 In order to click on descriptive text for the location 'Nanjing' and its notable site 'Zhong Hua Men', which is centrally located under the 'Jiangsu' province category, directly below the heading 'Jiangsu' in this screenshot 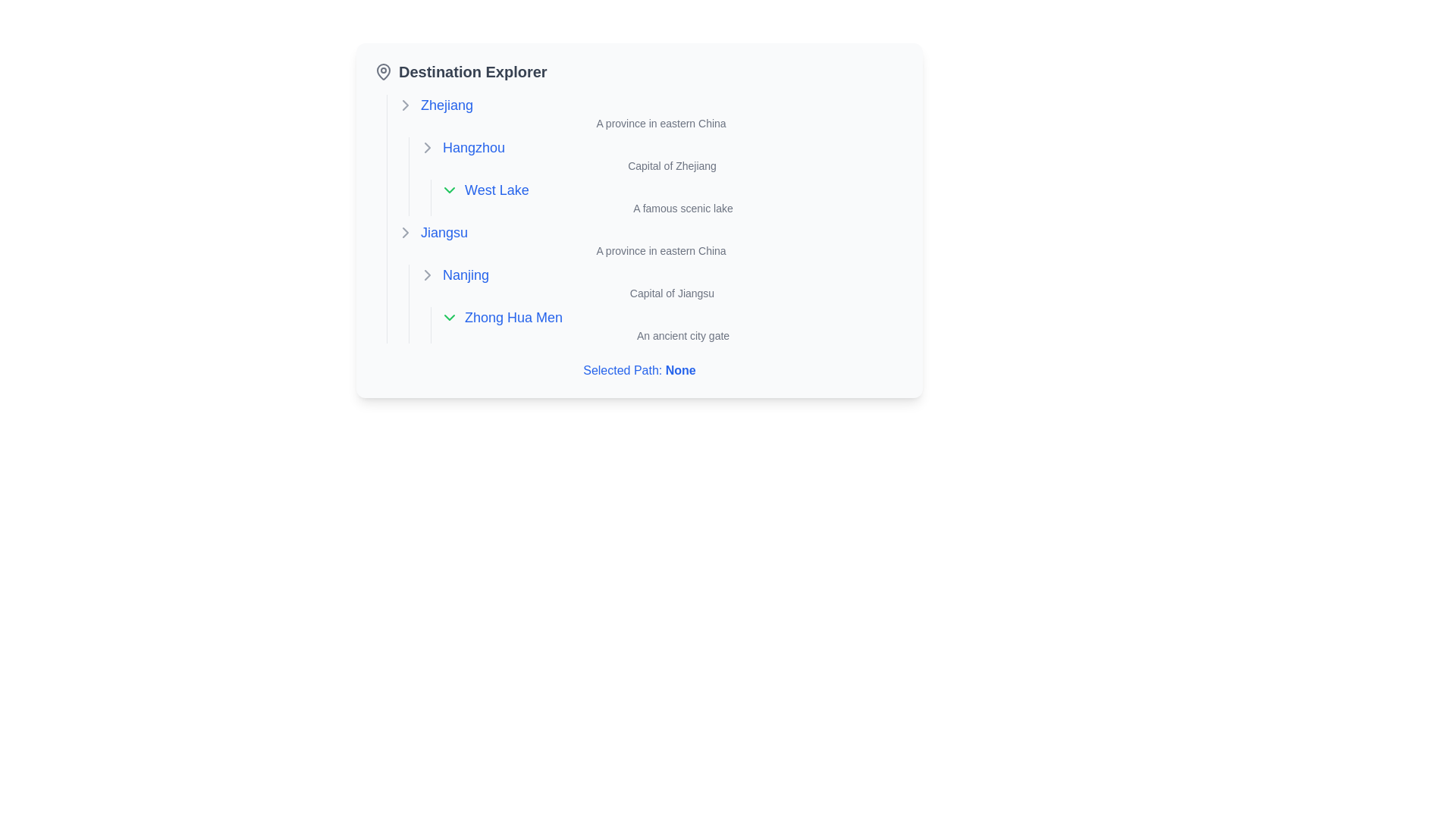, I will do `click(661, 304)`.